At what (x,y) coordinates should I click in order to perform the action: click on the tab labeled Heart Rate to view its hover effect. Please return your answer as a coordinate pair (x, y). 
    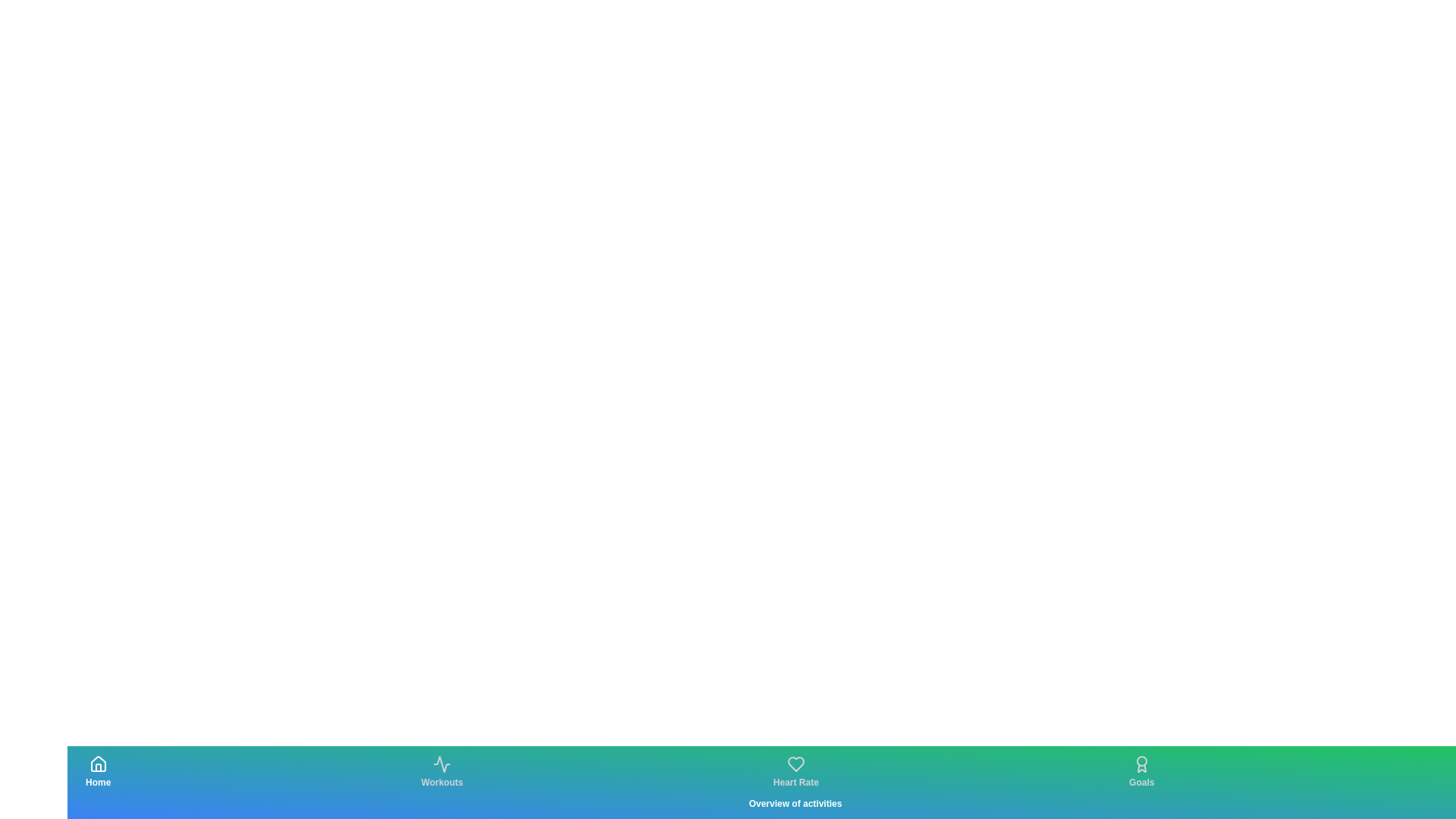
    Looking at the image, I should click on (795, 772).